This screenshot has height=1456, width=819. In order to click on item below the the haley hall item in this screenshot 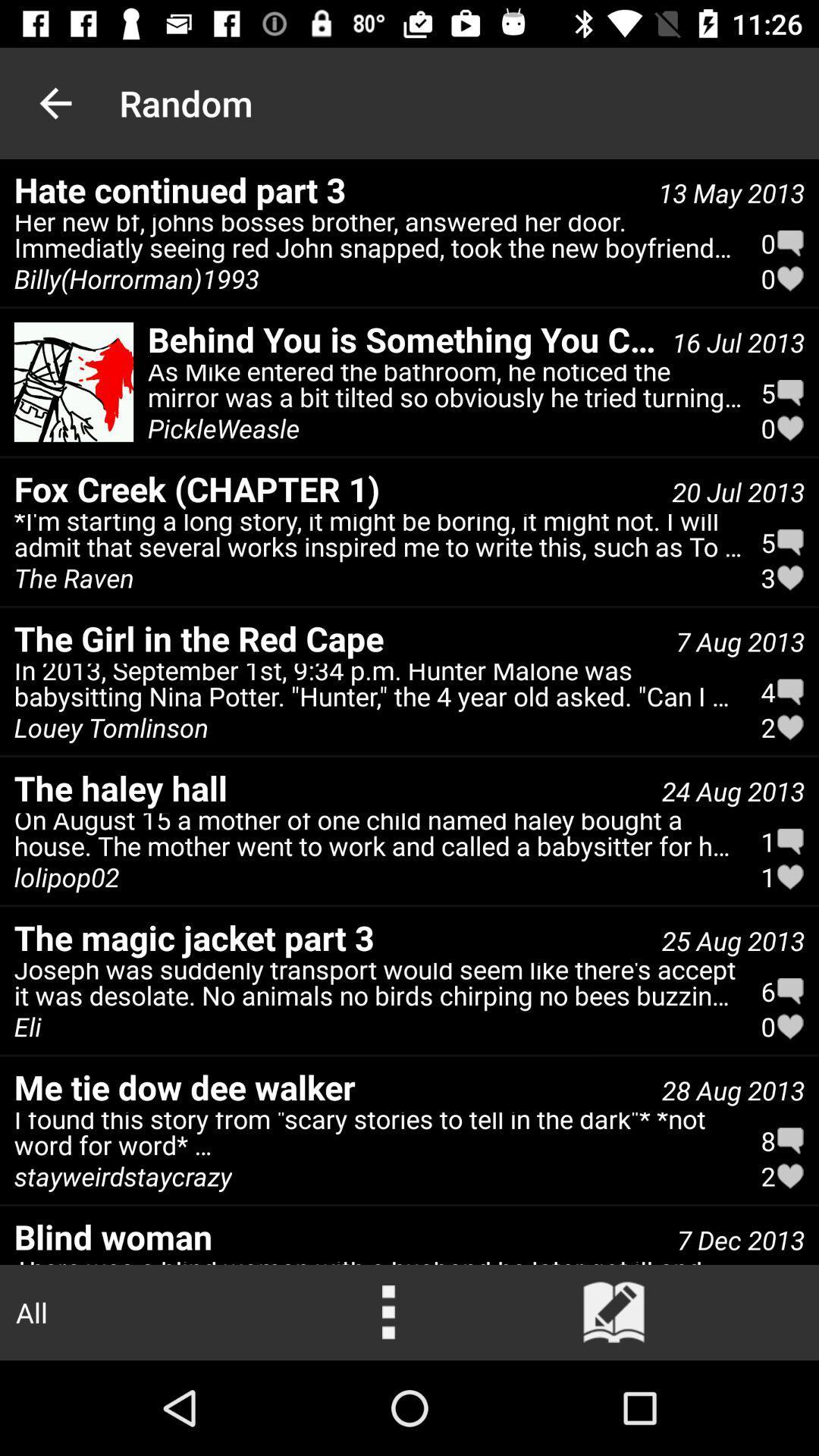, I will do `click(378, 838)`.